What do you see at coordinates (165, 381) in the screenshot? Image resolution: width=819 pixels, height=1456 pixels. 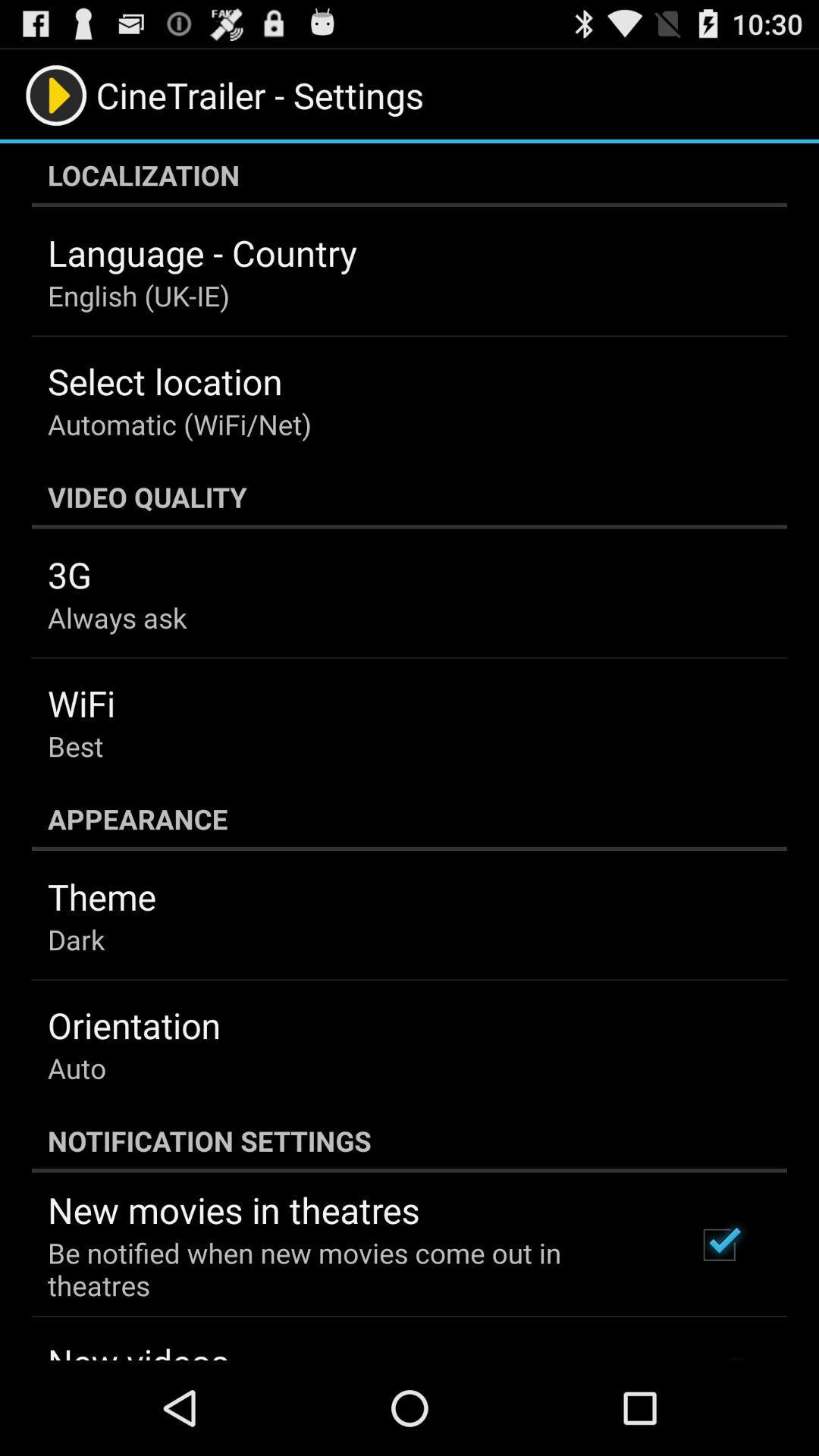 I see `select location item` at bounding box center [165, 381].